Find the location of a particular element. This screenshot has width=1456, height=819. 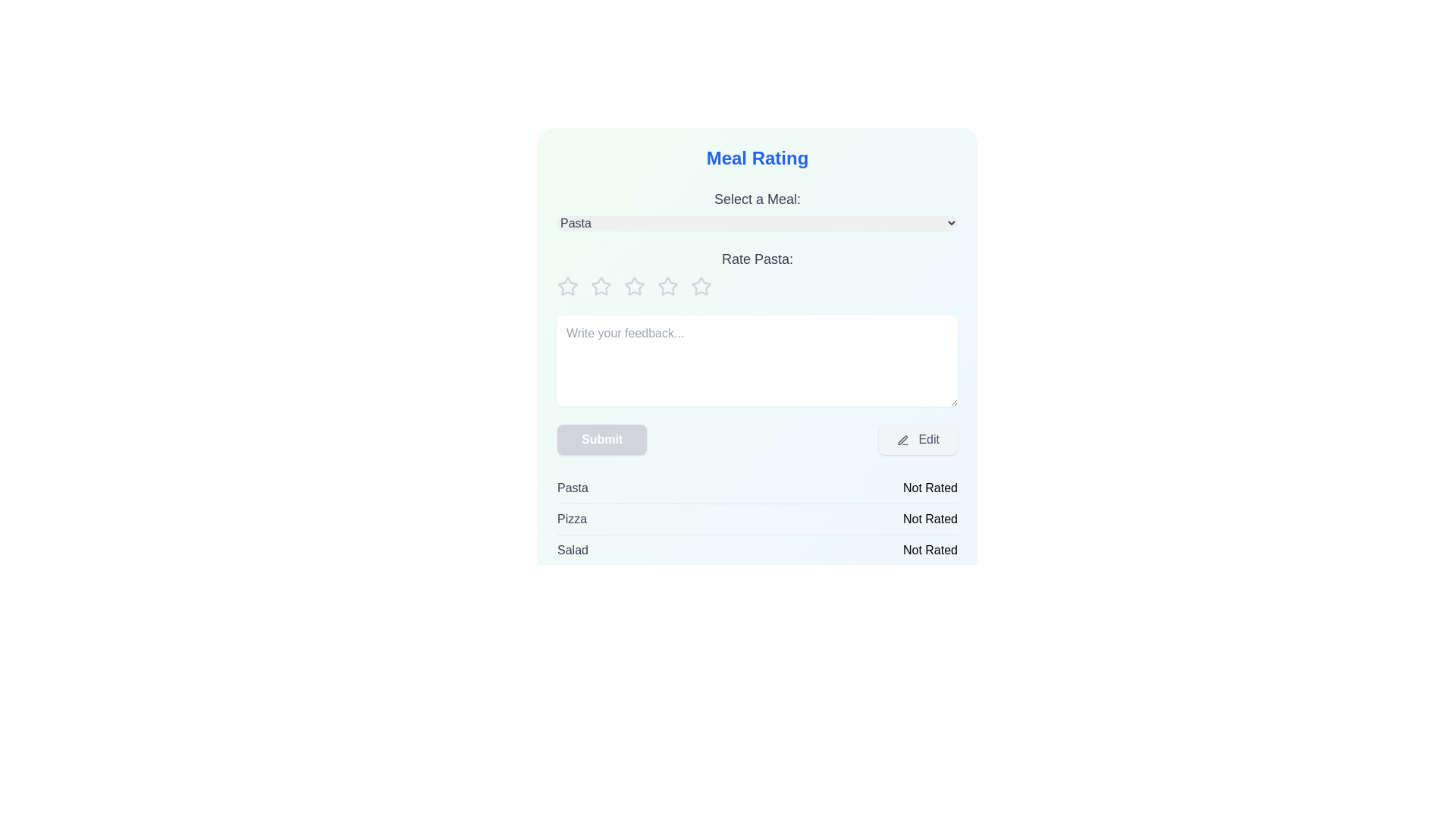

the static text label displaying 'Not Rated' located at the right end of the 'Salad' item in the list is located at coordinates (930, 550).